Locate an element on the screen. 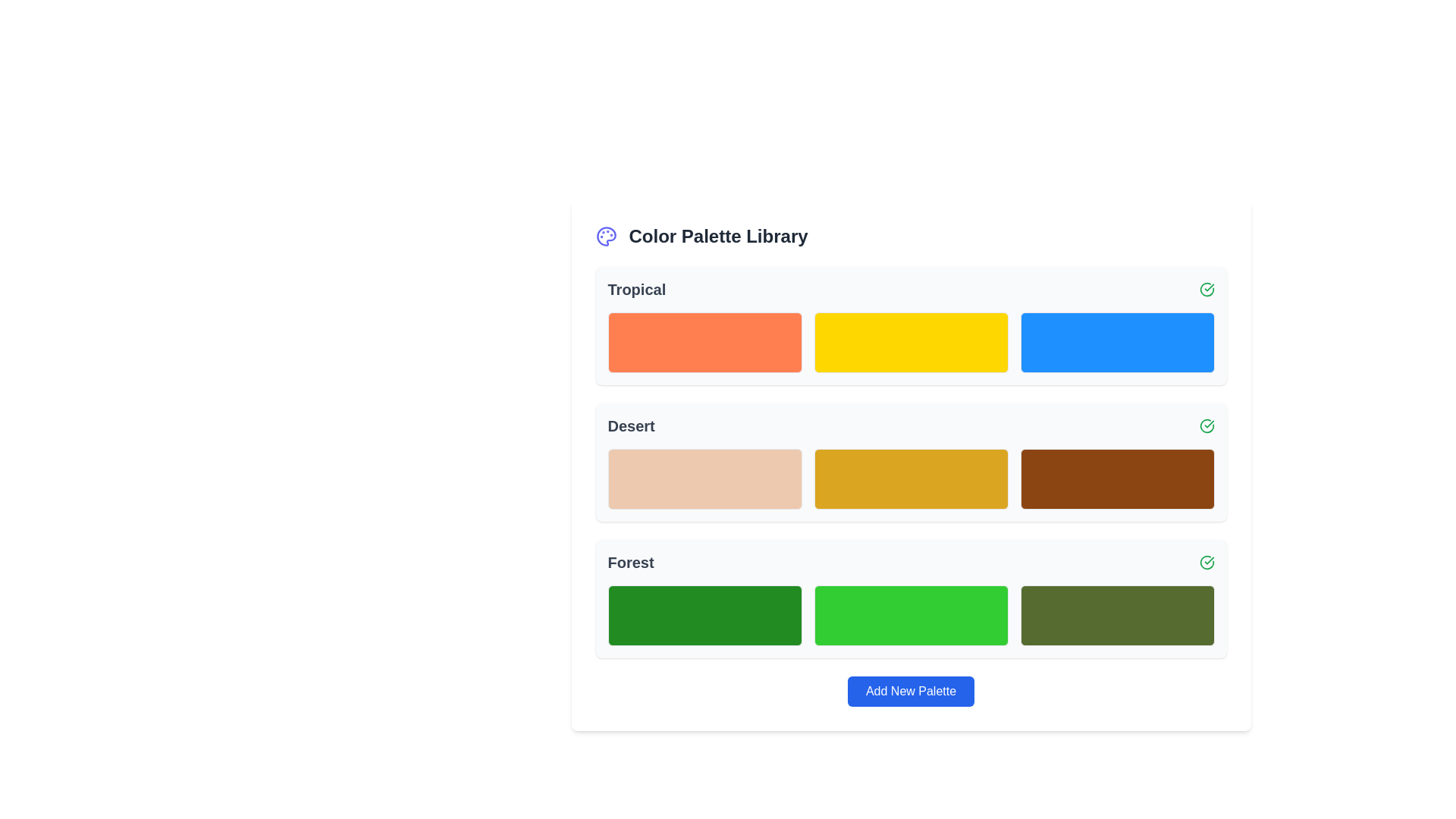  the Status indicator icon, which is a green circle with a check mark, positioned to the far right side of the 'Forest' label is located at coordinates (1206, 562).